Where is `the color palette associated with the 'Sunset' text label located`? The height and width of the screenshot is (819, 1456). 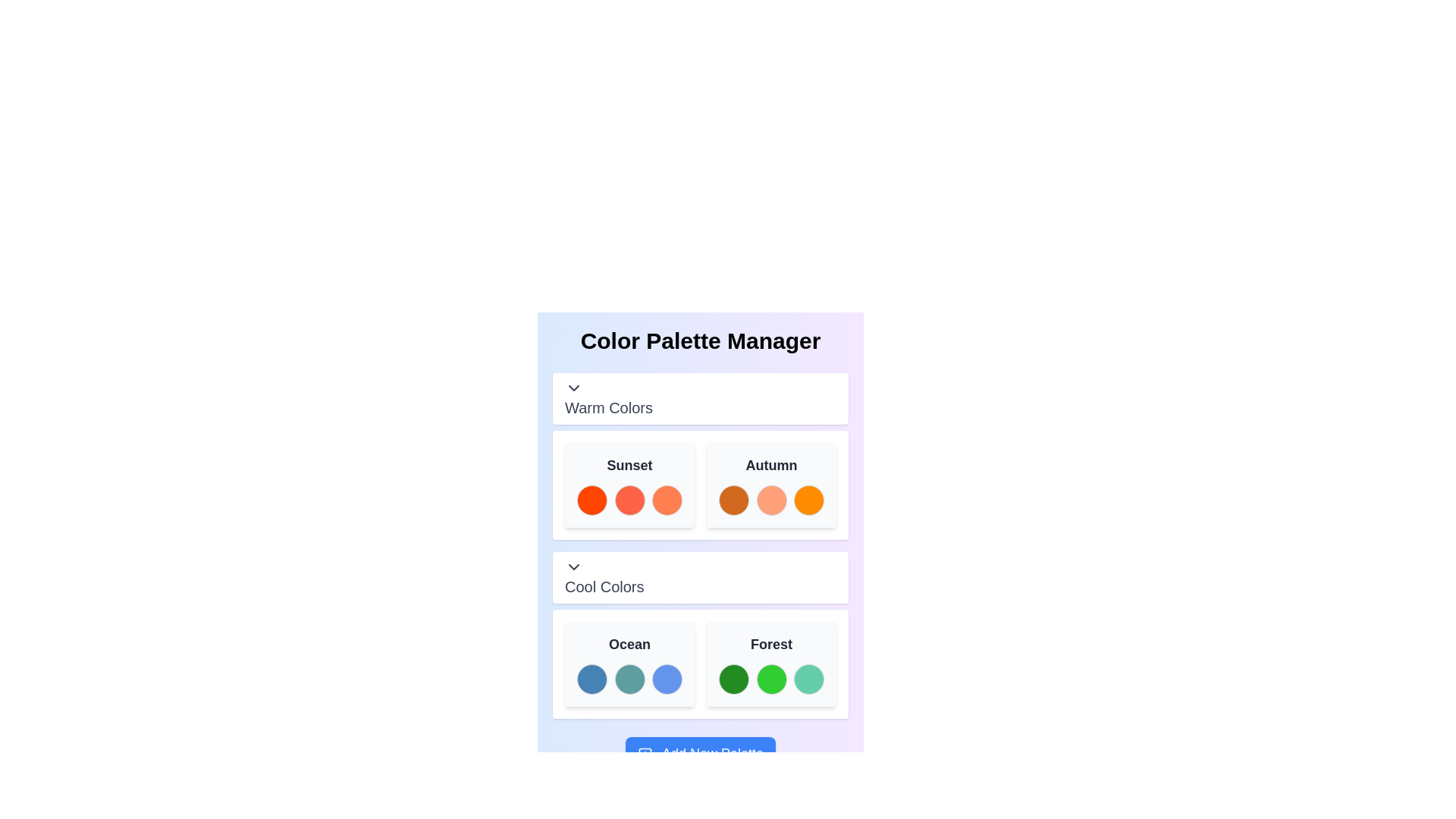
the color palette associated with the 'Sunset' text label located is located at coordinates (629, 464).